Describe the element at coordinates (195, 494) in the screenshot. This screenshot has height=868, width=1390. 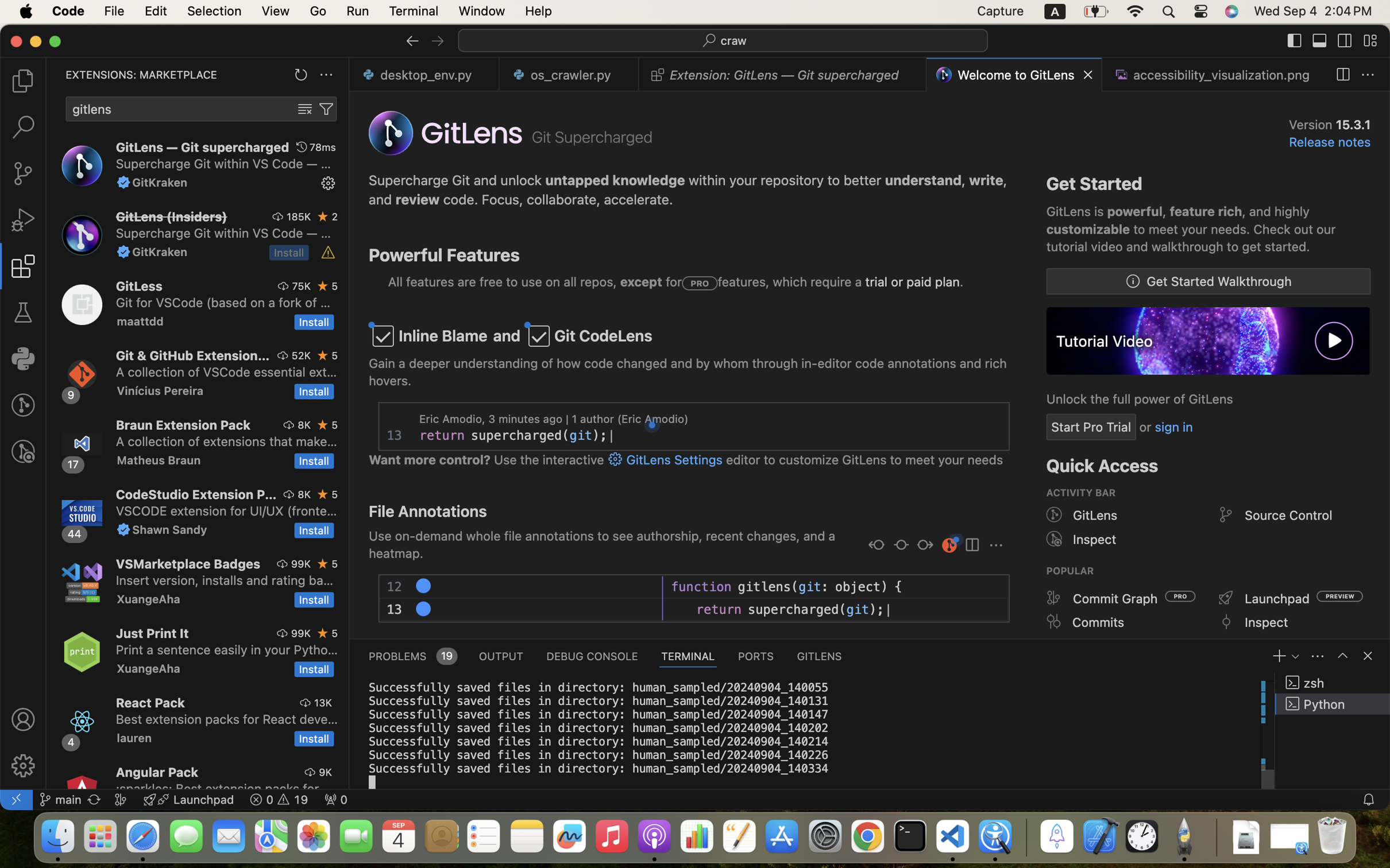
I see `'CodeStudio Extension Pack'` at that location.